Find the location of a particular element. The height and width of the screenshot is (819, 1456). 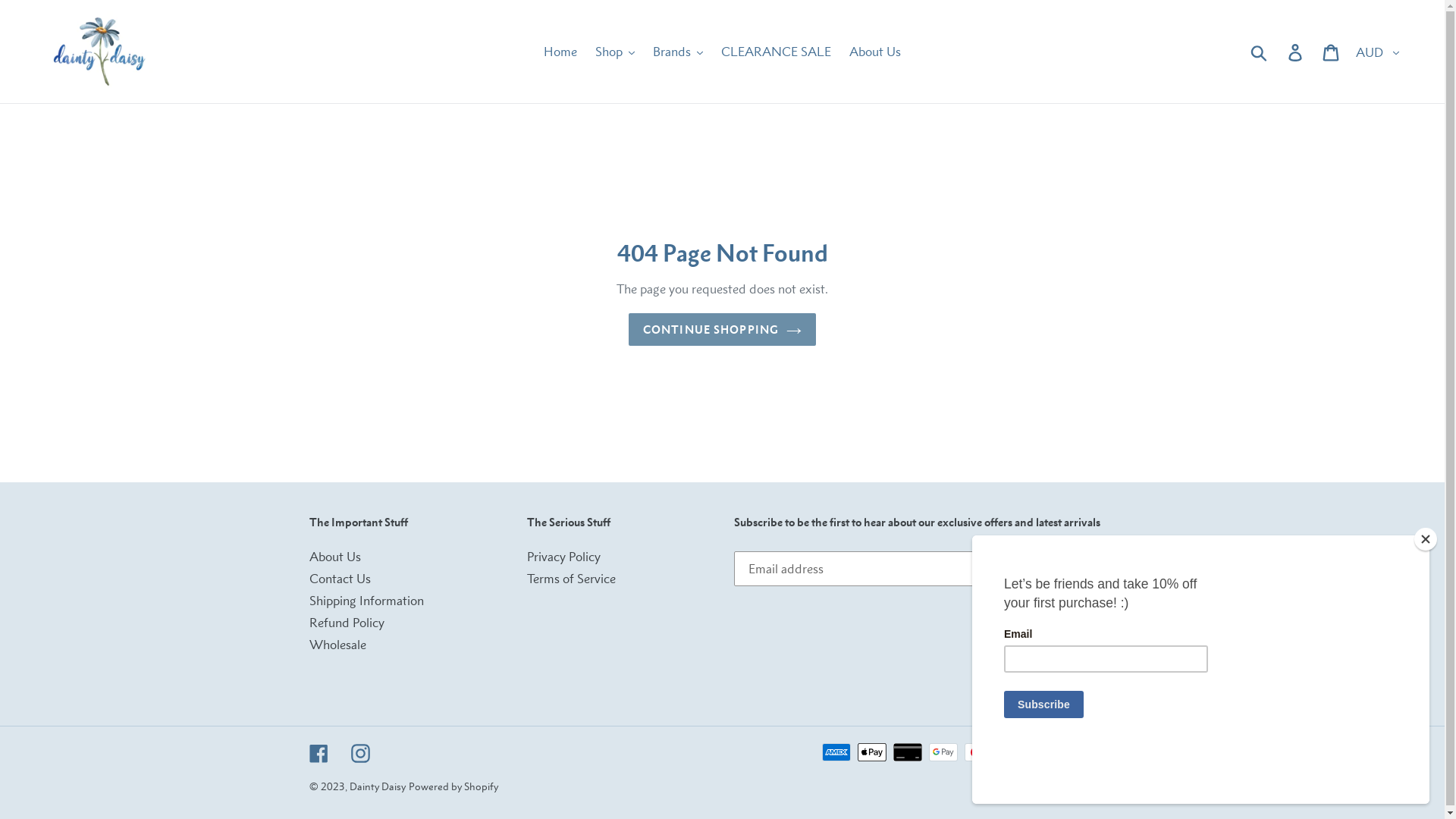

'Powered by Shopify' is located at coordinates (451, 786).